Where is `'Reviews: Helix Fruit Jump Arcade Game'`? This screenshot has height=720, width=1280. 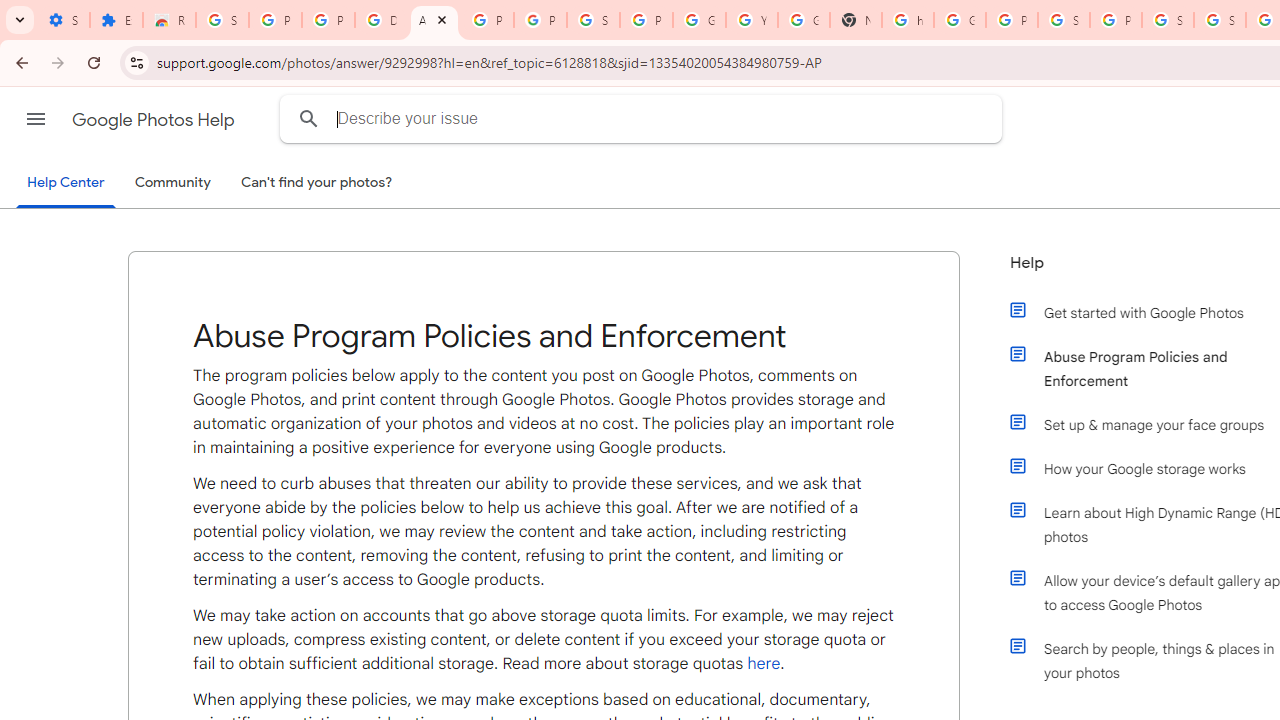
'Reviews: Helix Fruit Jump Arcade Game' is located at coordinates (169, 20).